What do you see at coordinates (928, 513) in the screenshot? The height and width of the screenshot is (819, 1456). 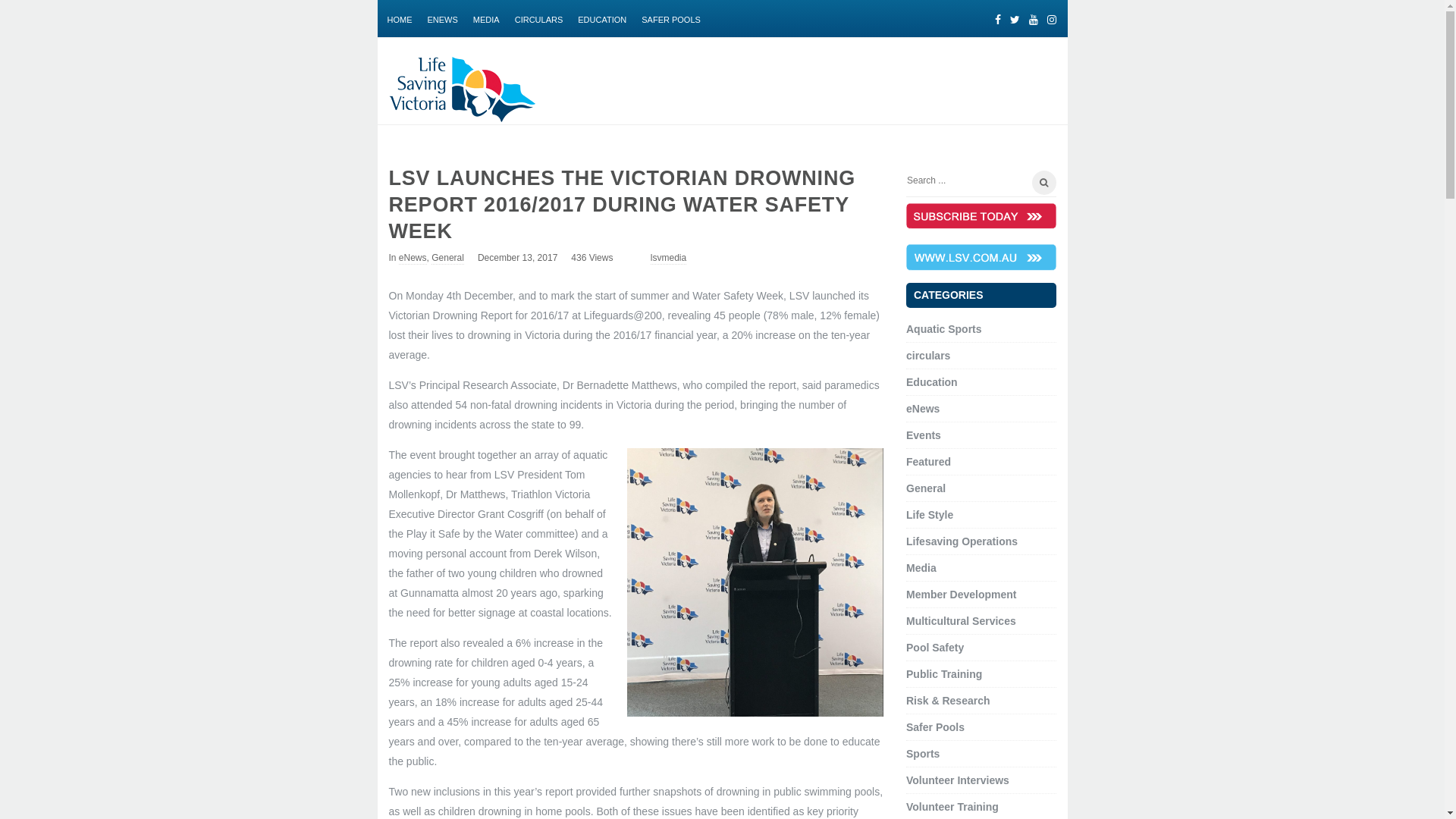 I see `'Life Style'` at bounding box center [928, 513].